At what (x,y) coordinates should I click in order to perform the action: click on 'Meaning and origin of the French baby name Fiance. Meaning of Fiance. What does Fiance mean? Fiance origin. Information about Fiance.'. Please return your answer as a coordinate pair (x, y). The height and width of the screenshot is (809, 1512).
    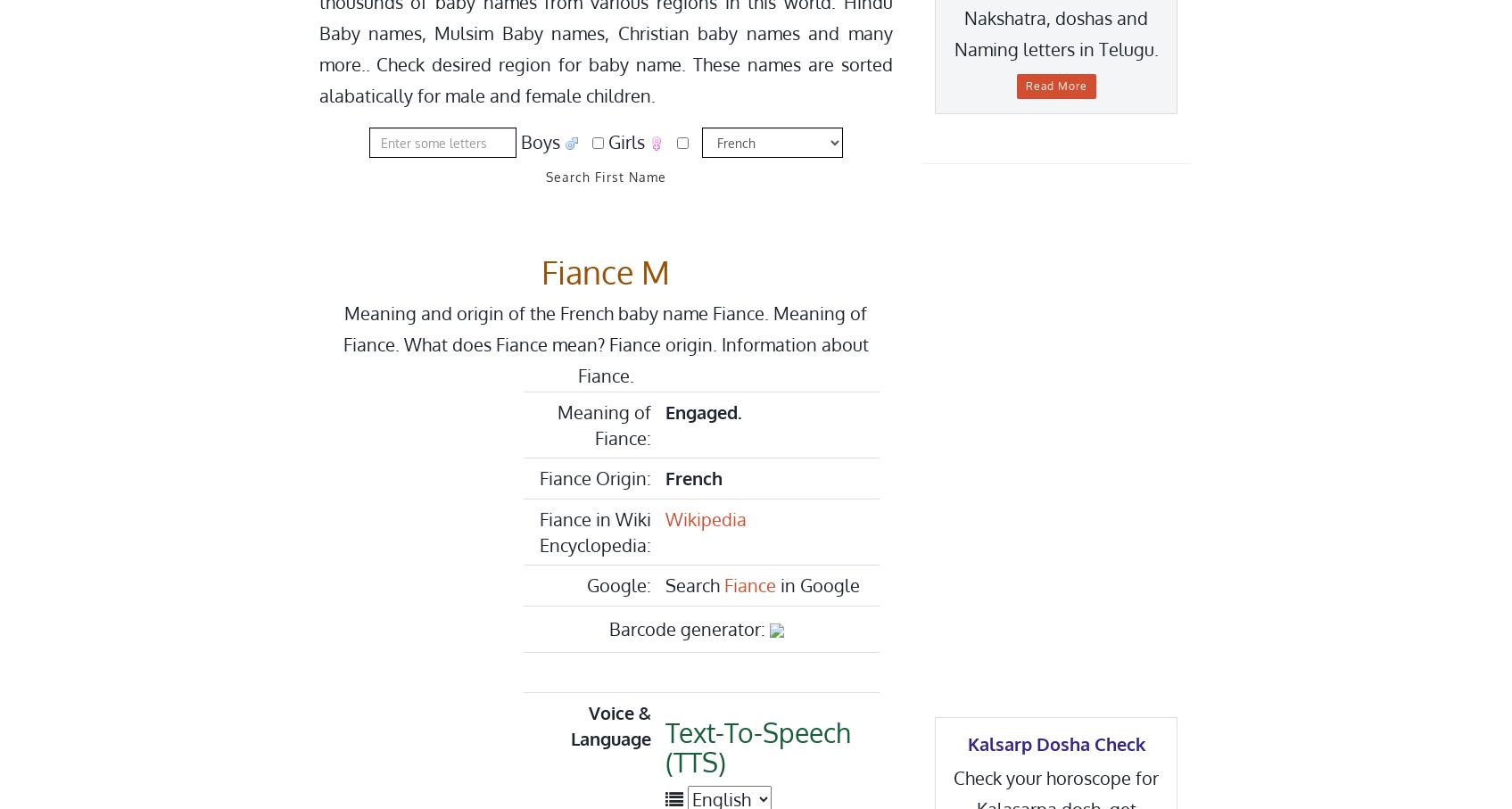
    Looking at the image, I should click on (605, 344).